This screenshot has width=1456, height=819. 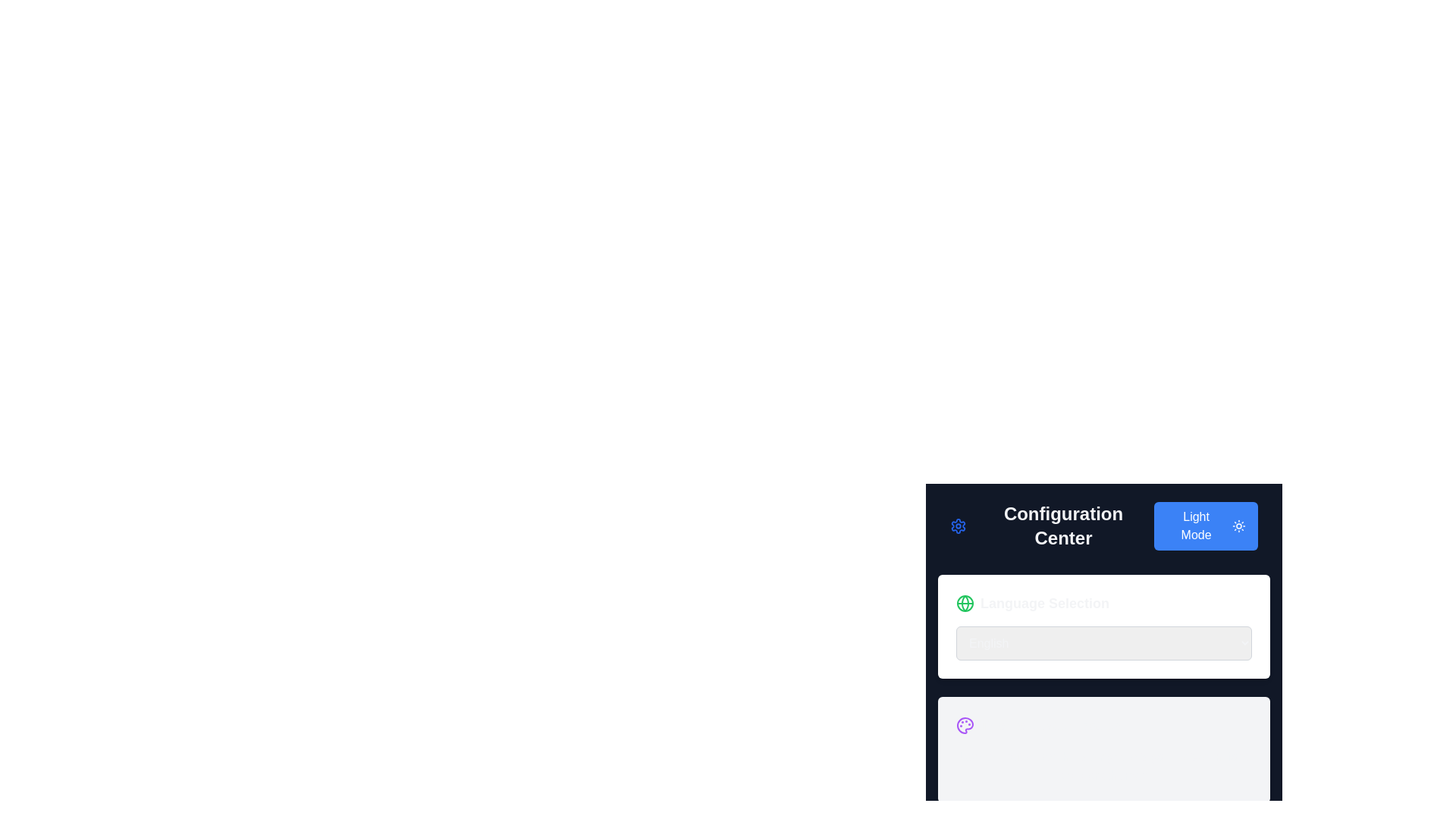 What do you see at coordinates (1062, 526) in the screenshot?
I see `the Text Label that serves as the title for the 'Configuration Center' section, located near the top of the interface with an icon to its left and a 'Light Mode' button to its right` at bounding box center [1062, 526].